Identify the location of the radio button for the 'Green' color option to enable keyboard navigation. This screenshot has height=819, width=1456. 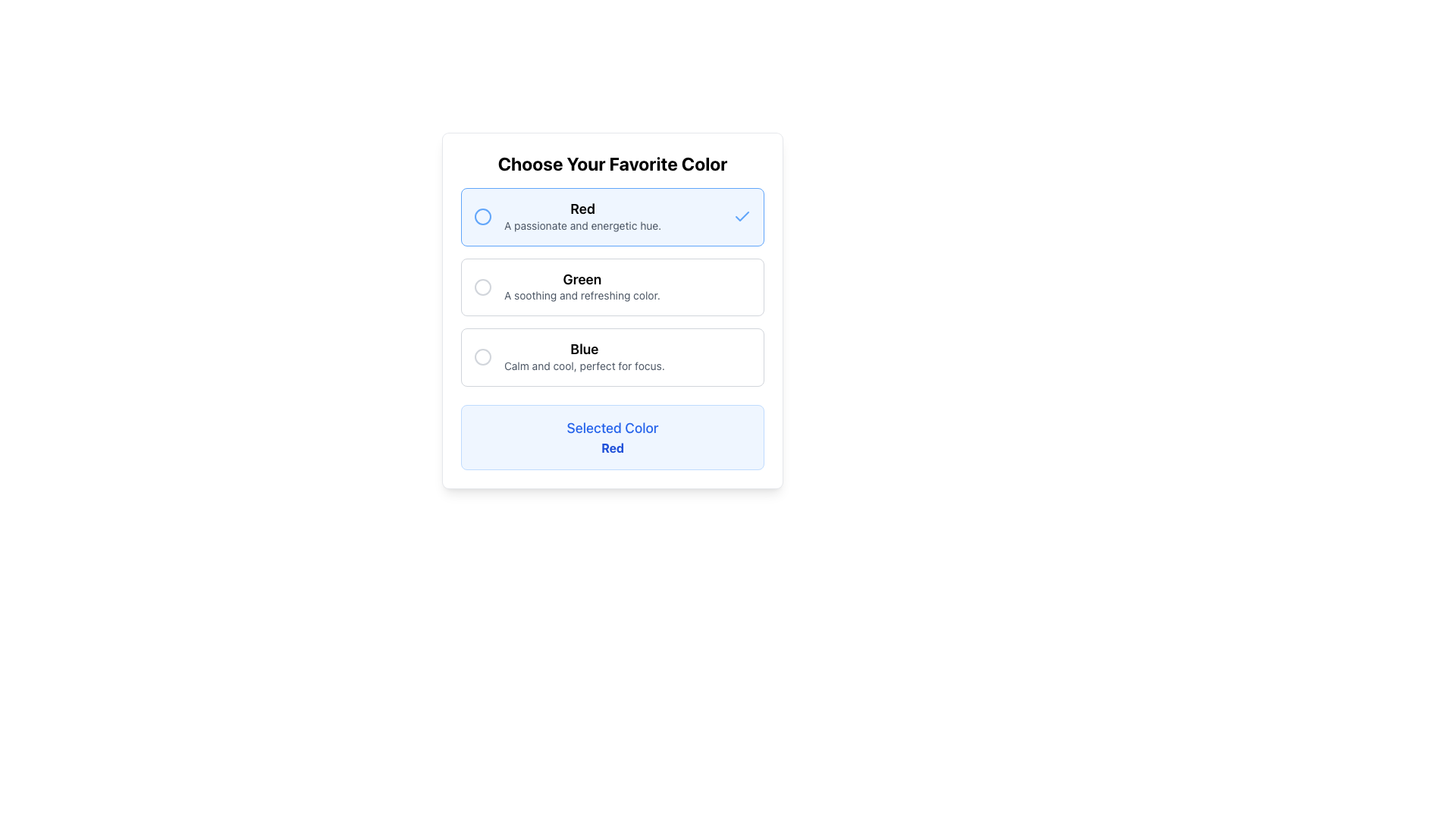
(482, 287).